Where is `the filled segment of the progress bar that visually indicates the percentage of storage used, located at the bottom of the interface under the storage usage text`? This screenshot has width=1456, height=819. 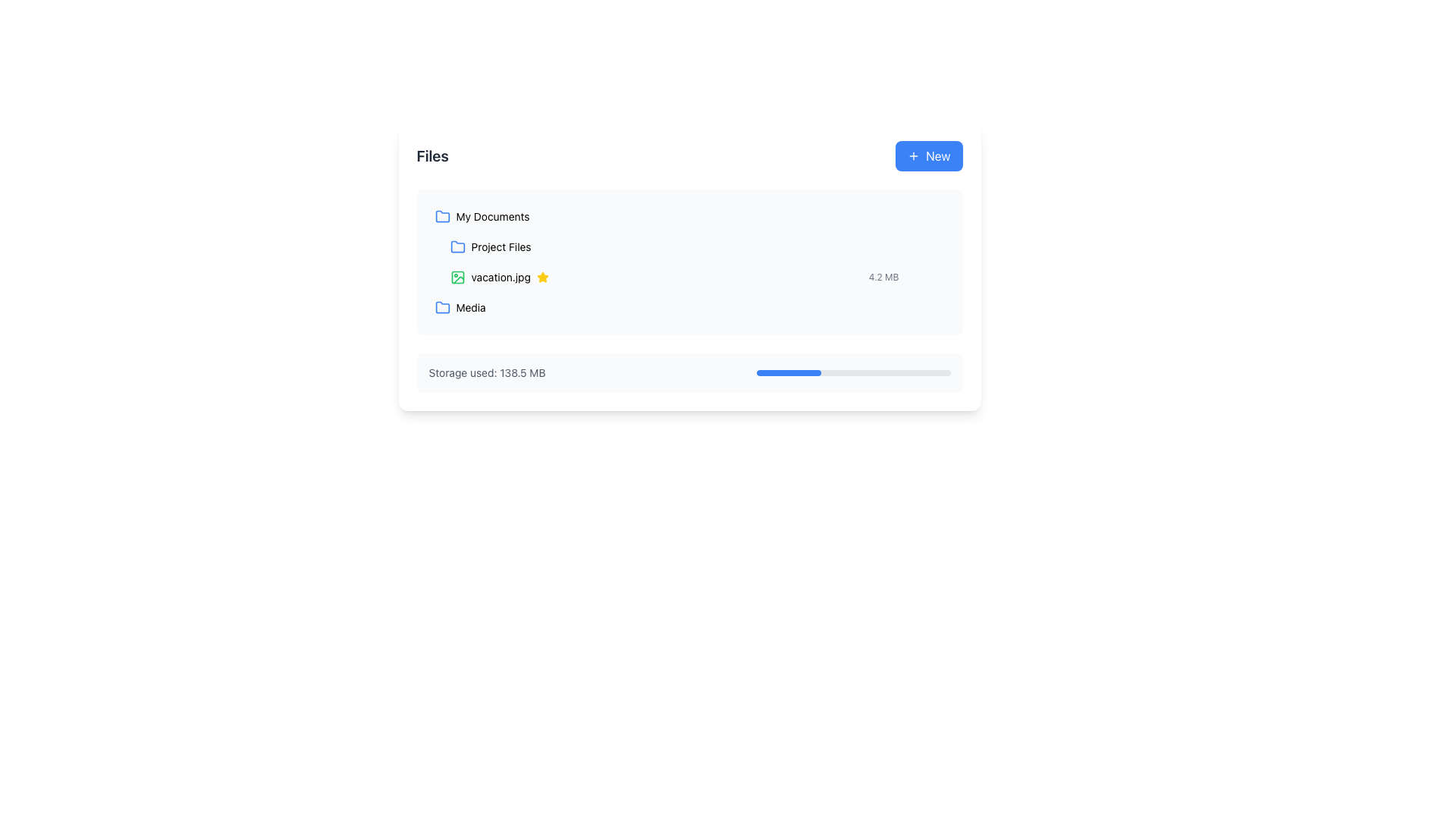
the filled segment of the progress bar that visually indicates the percentage of storage used, located at the bottom of the interface under the storage usage text is located at coordinates (789, 373).